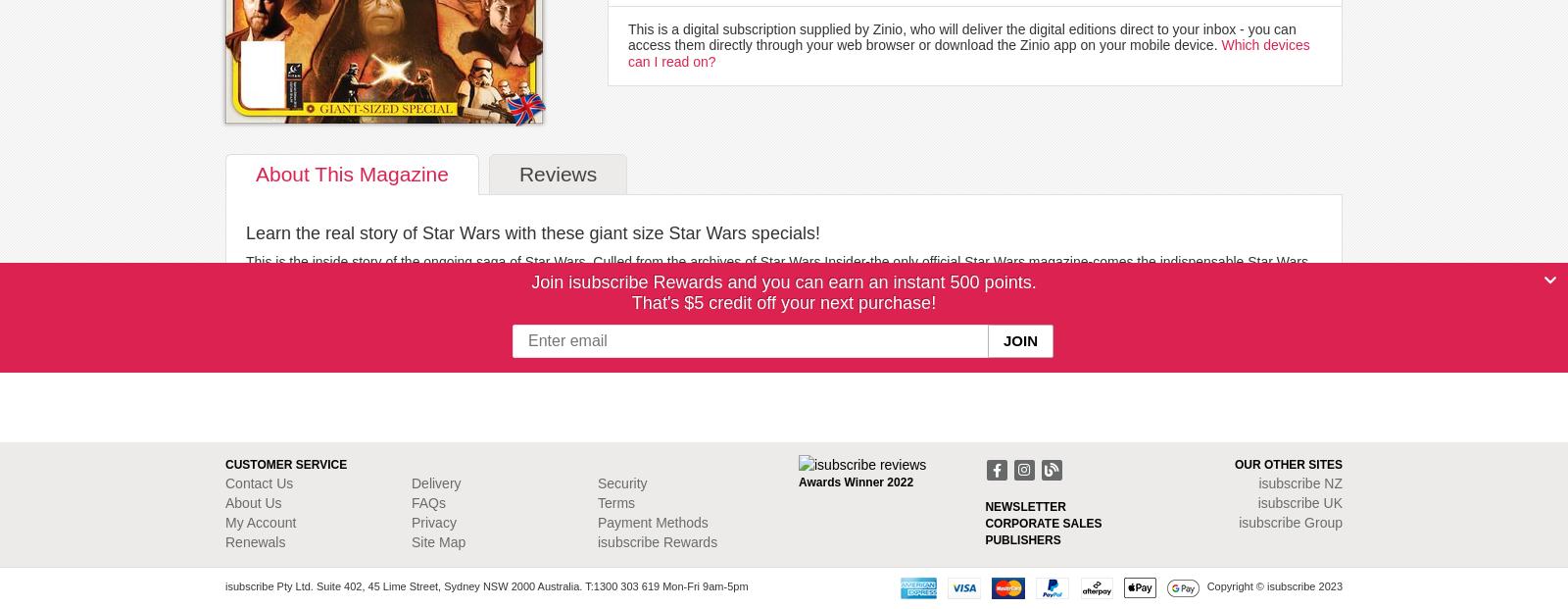  Describe the element at coordinates (597, 521) in the screenshot. I see `'Payment Methods'` at that location.